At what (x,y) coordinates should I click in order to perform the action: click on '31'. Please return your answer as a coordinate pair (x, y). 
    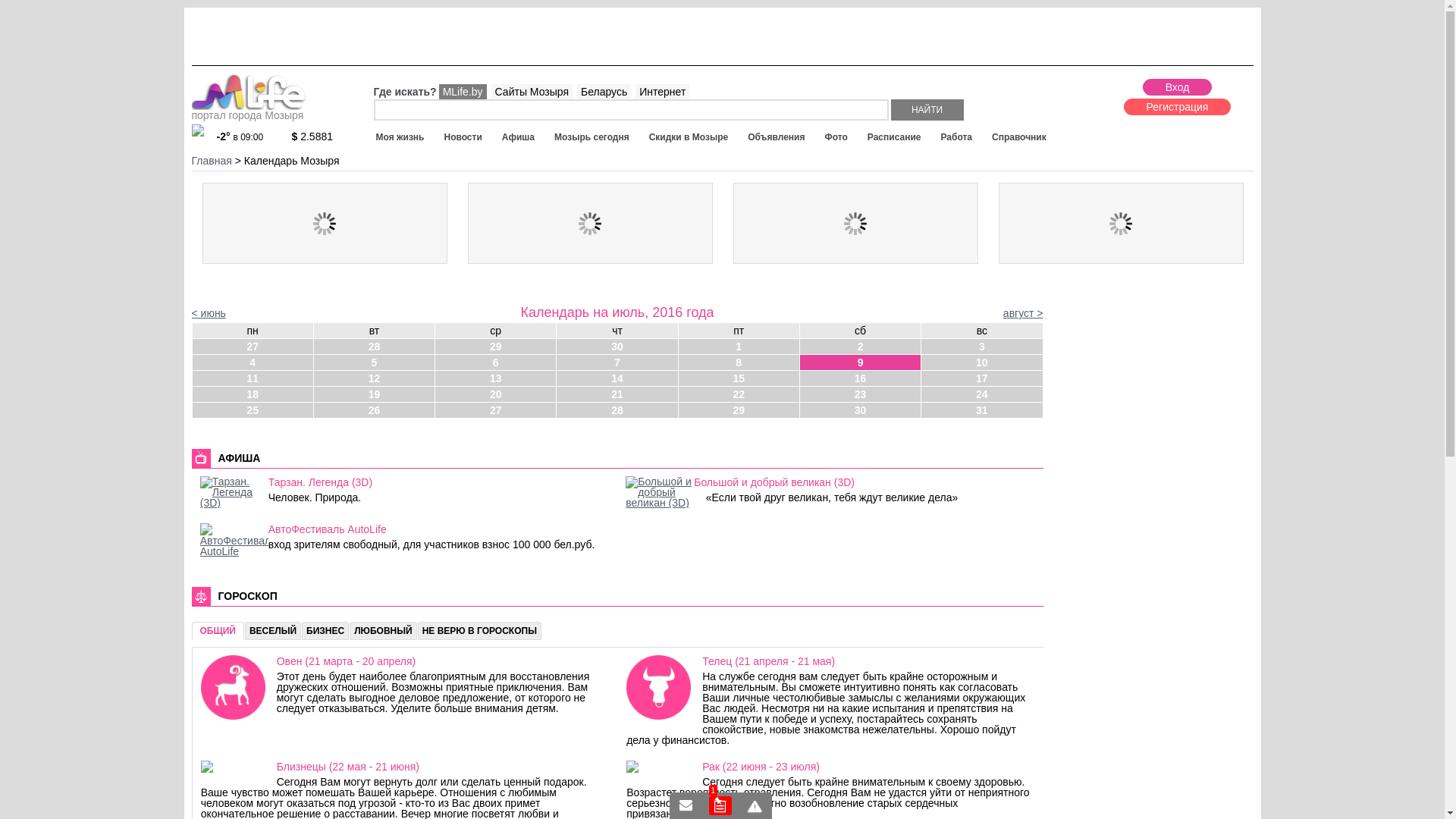
    Looking at the image, I should click on (920, 409).